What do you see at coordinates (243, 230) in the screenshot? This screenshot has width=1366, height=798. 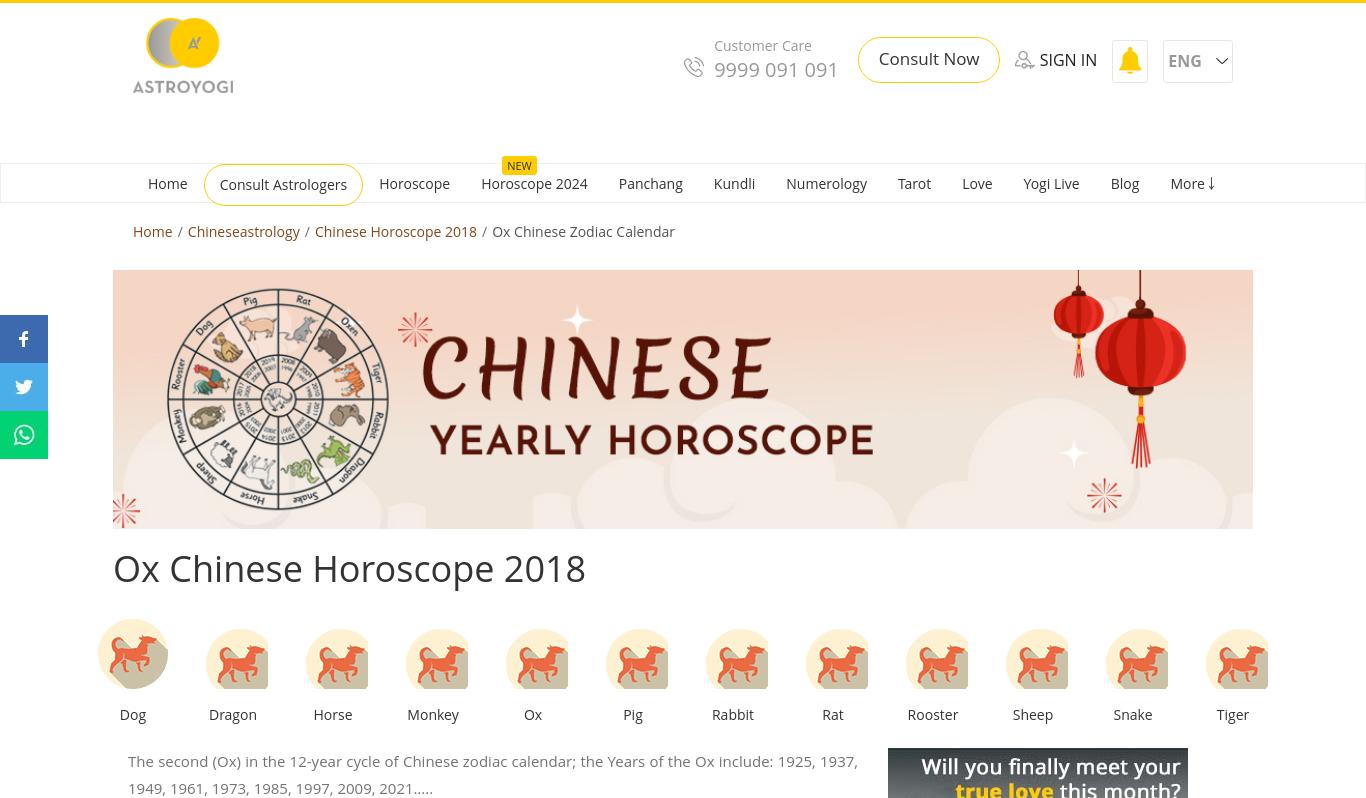 I see `'Chineseastrology'` at bounding box center [243, 230].